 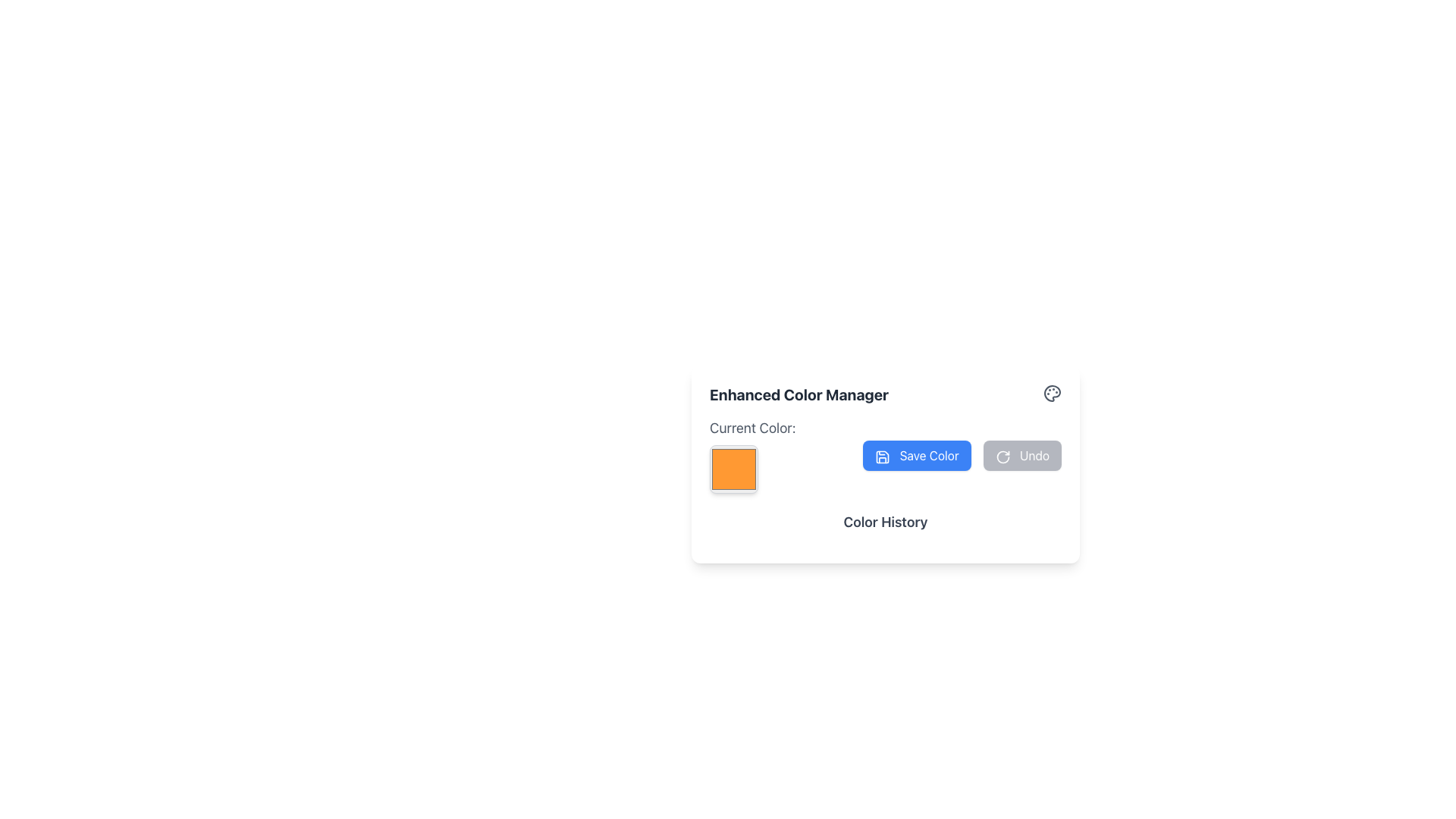 What do you see at coordinates (1051, 393) in the screenshot?
I see `the painter's palette icon located at the top-right corner of the Enhanced Color Manager header` at bounding box center [1051, 393].